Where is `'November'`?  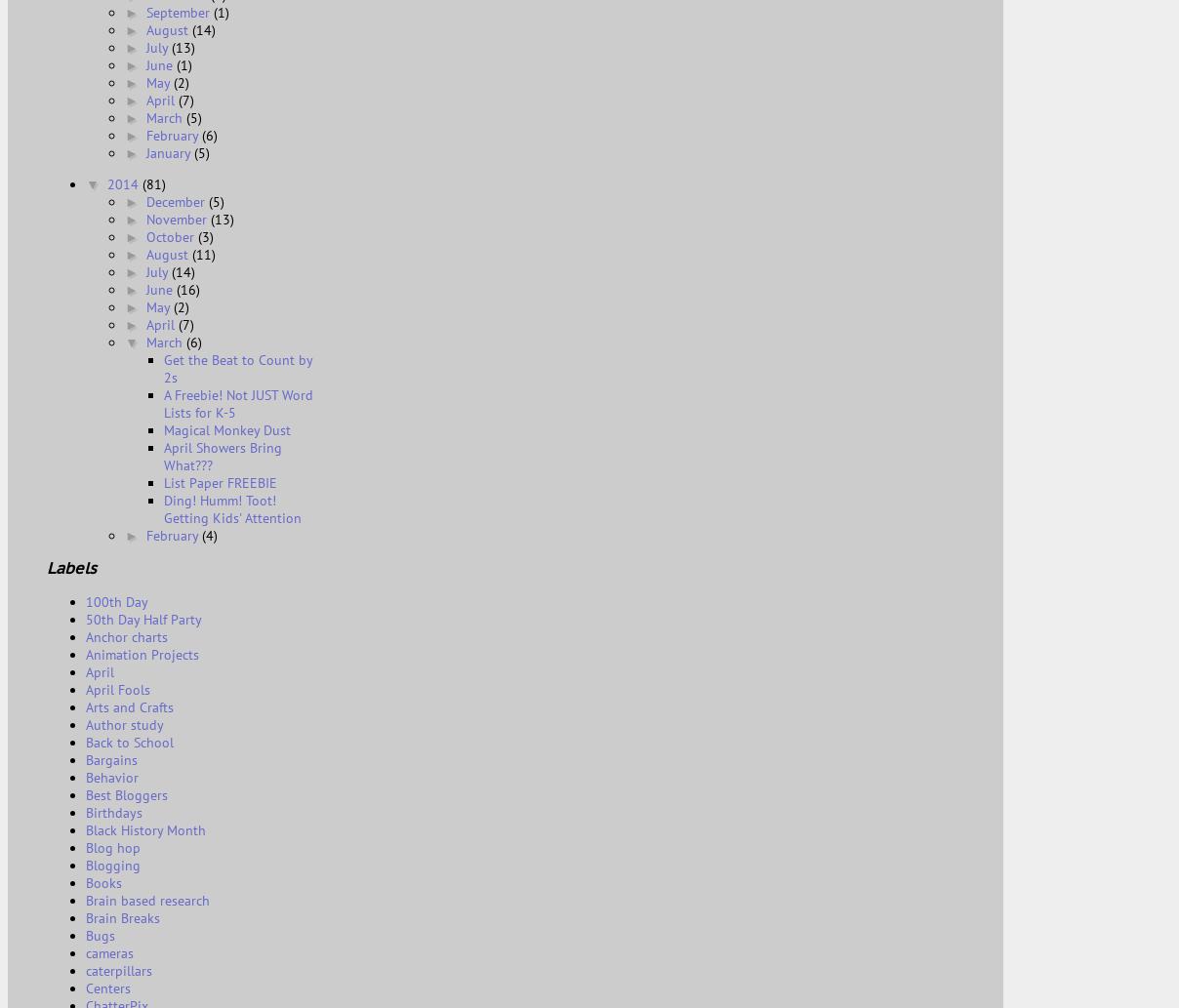 'November' is located at coordinates (178, 218).